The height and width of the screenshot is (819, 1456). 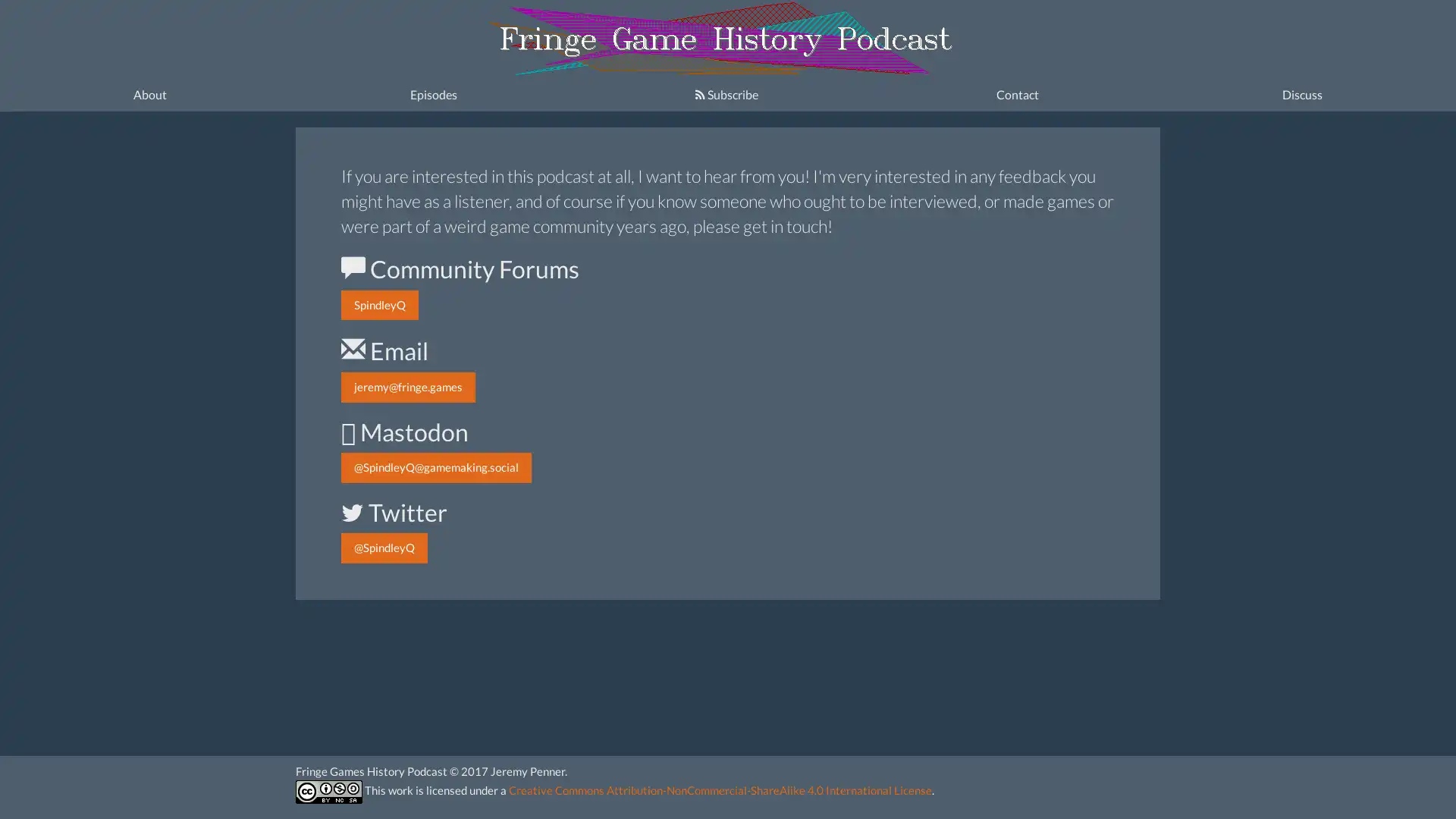 What do you see at coordinates (408, 386) in the screenshot?
I see `jeremy@fringe.games` at bounding box center [408, 386].